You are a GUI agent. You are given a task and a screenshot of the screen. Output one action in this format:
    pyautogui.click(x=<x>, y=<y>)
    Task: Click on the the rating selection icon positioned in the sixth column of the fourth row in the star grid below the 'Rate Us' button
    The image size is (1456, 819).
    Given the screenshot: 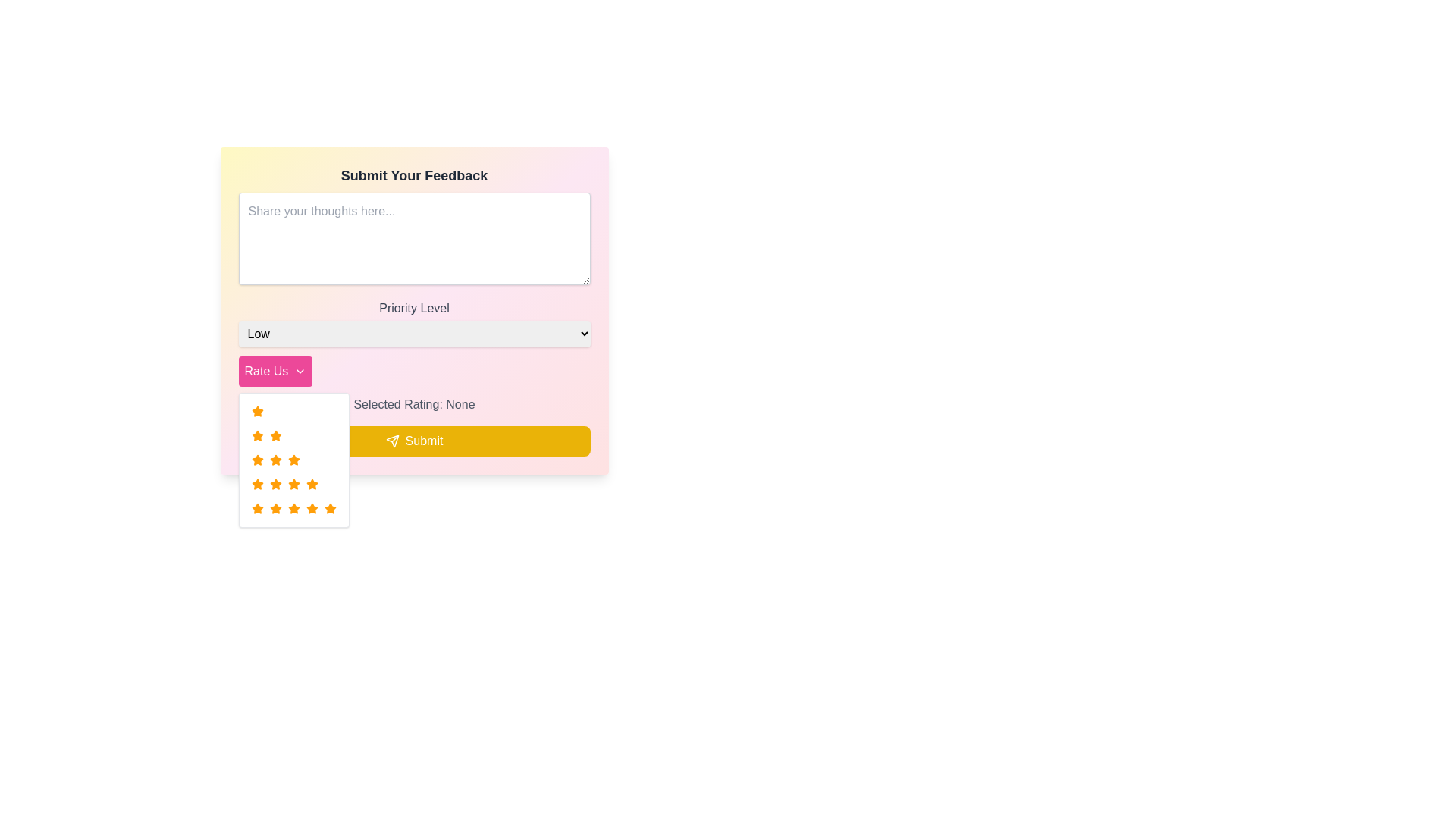 What is the action you would take?
    pyautogui.click(x=311, y=485)
    